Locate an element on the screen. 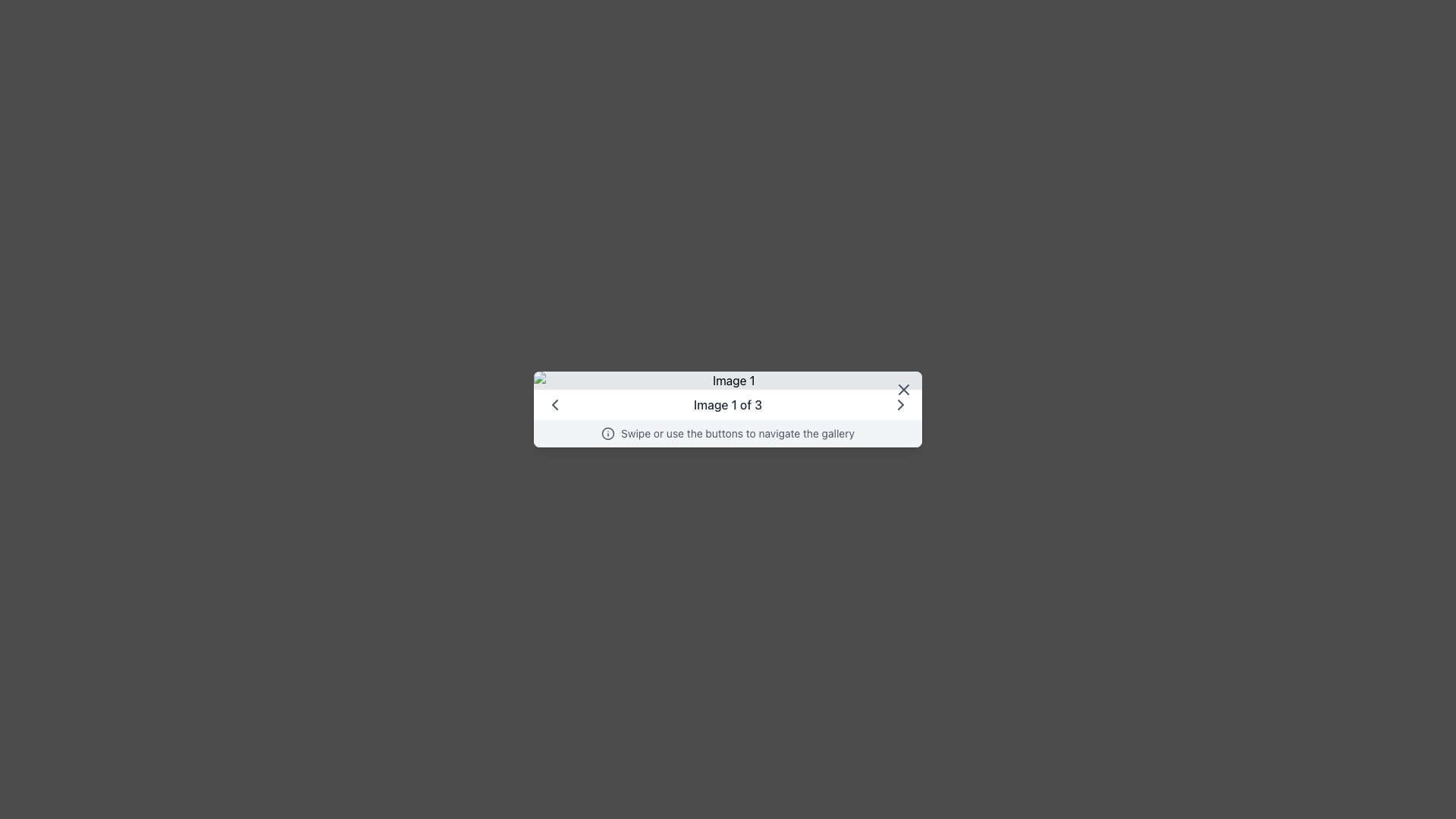 The image size is (1456, 819). the left chevron navigation button that allows users to move to the previous image in the gallery to change its color is located at coordinates (554, 403).